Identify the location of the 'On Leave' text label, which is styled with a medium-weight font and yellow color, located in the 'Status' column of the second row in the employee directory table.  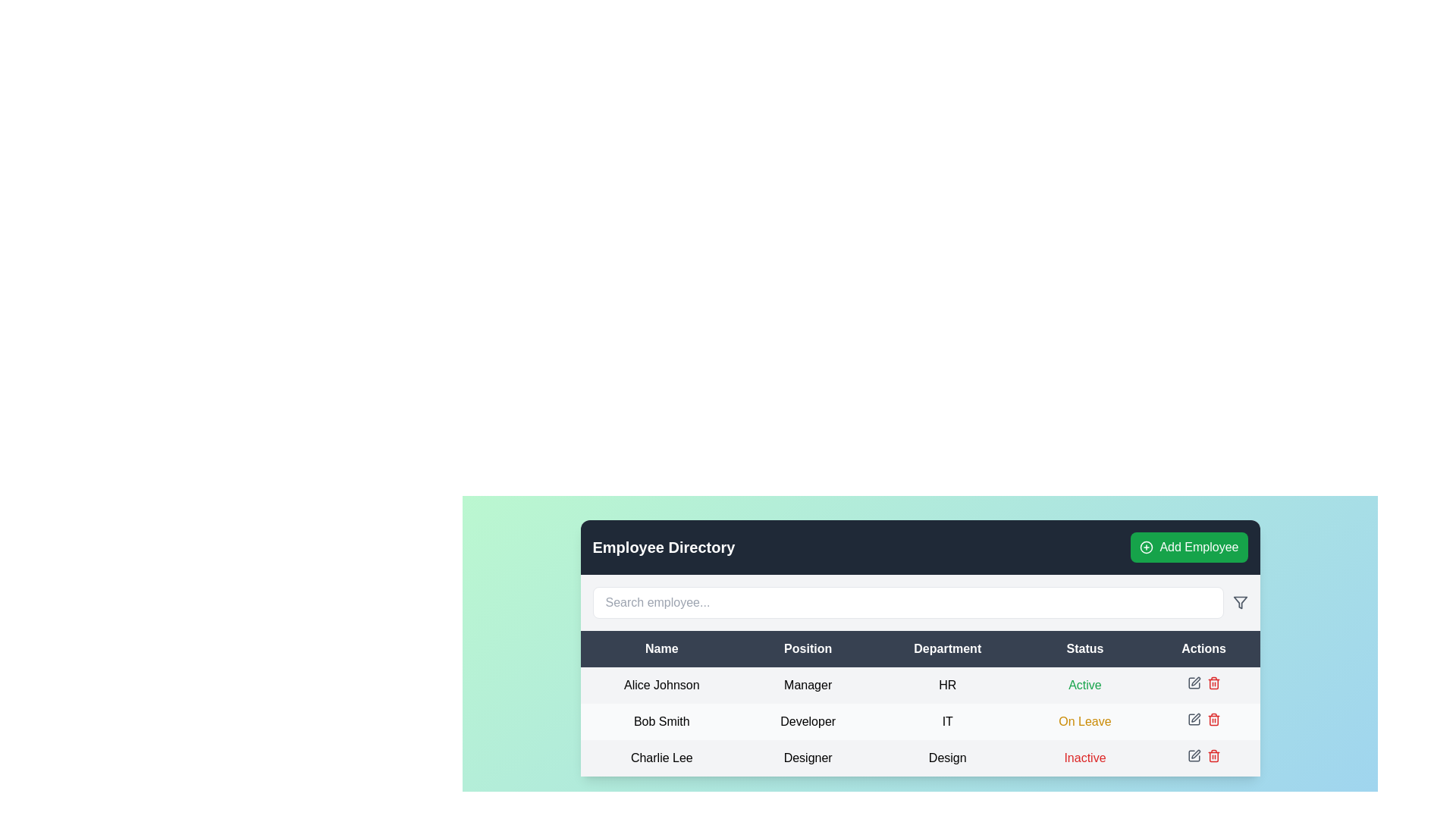
(1084, 721).